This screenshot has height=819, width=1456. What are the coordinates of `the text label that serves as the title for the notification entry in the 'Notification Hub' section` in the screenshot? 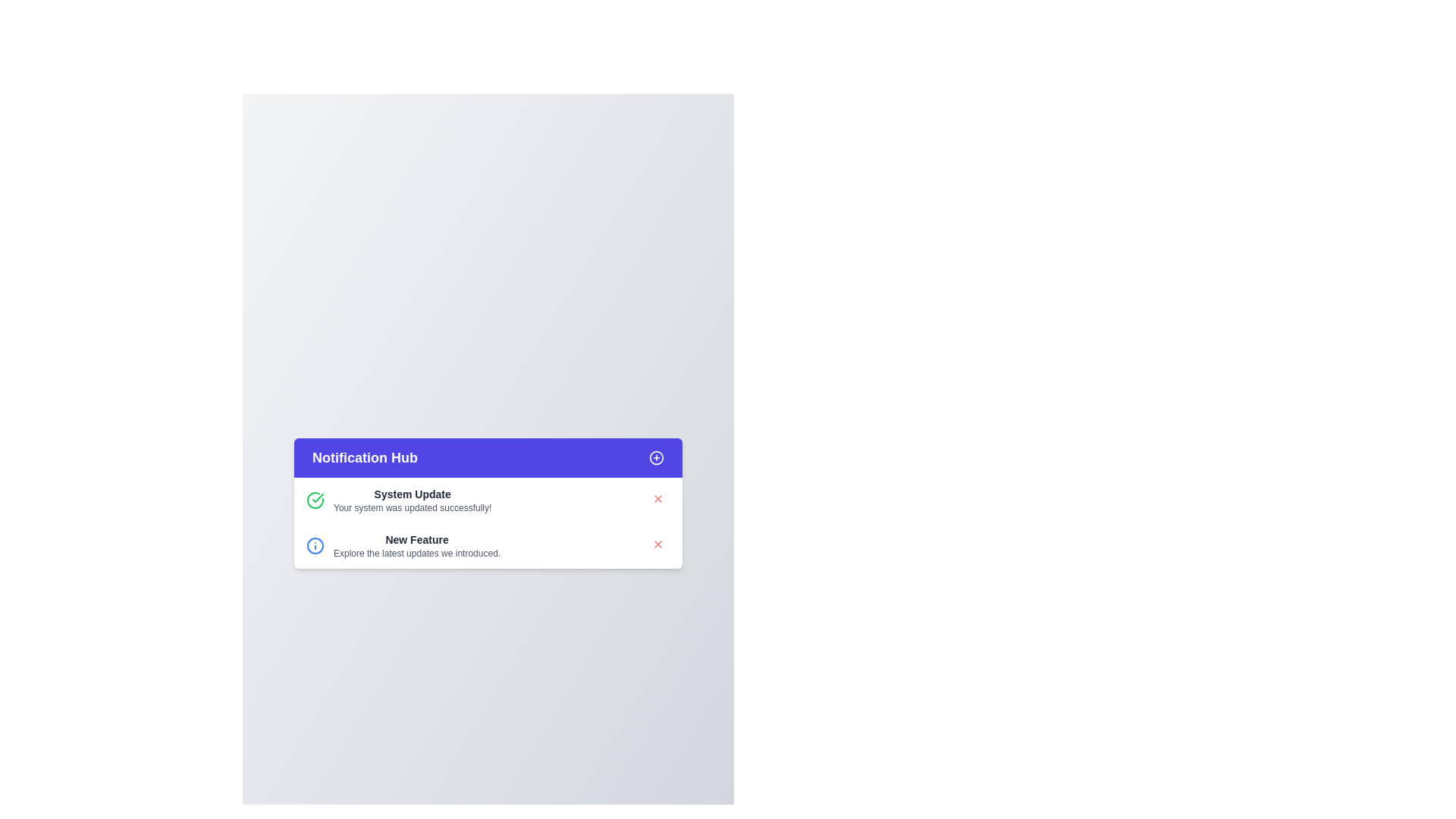 It's located at (417, 539).